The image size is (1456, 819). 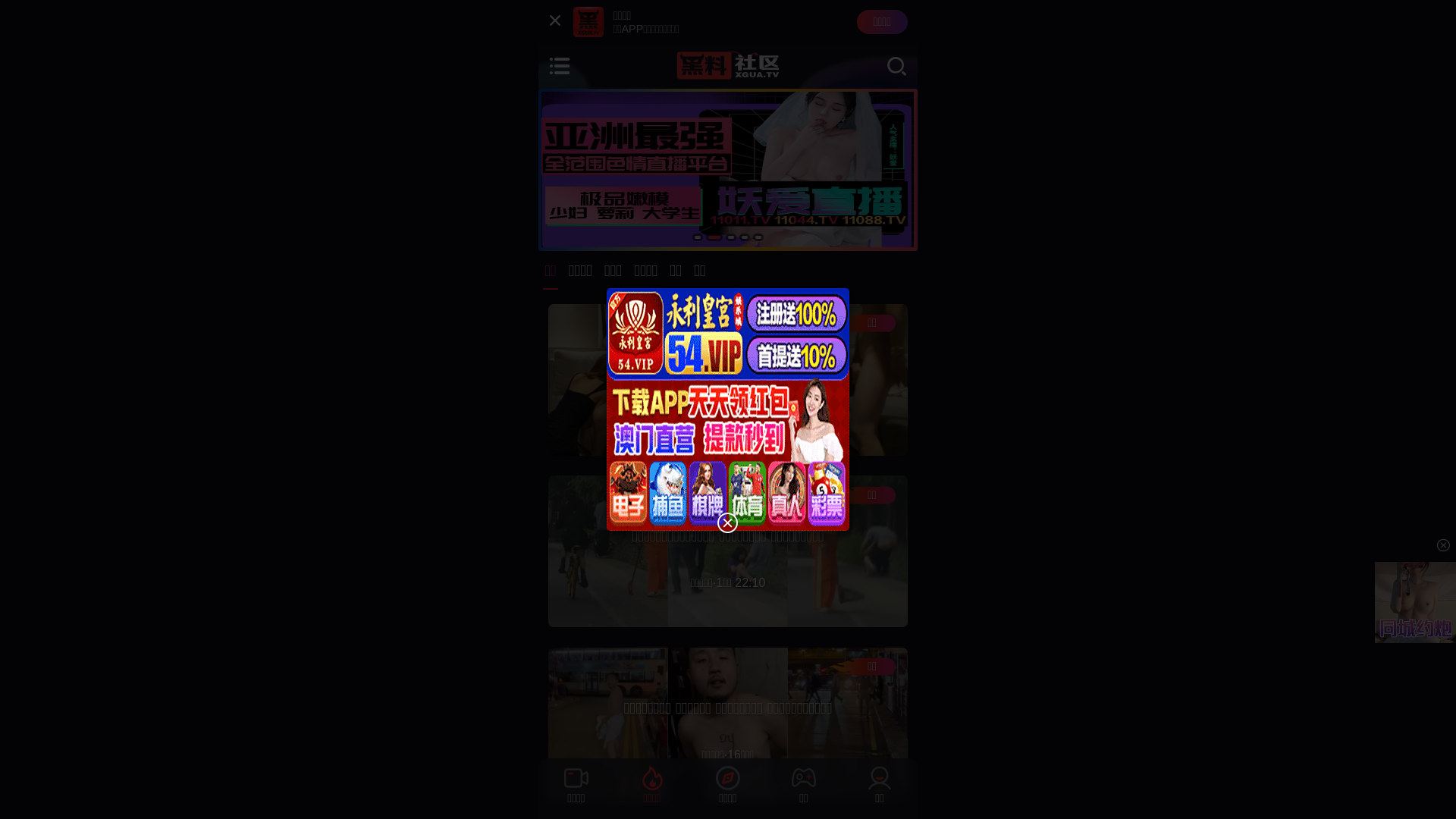 I want to click on '3', so click(x=731, y=237).